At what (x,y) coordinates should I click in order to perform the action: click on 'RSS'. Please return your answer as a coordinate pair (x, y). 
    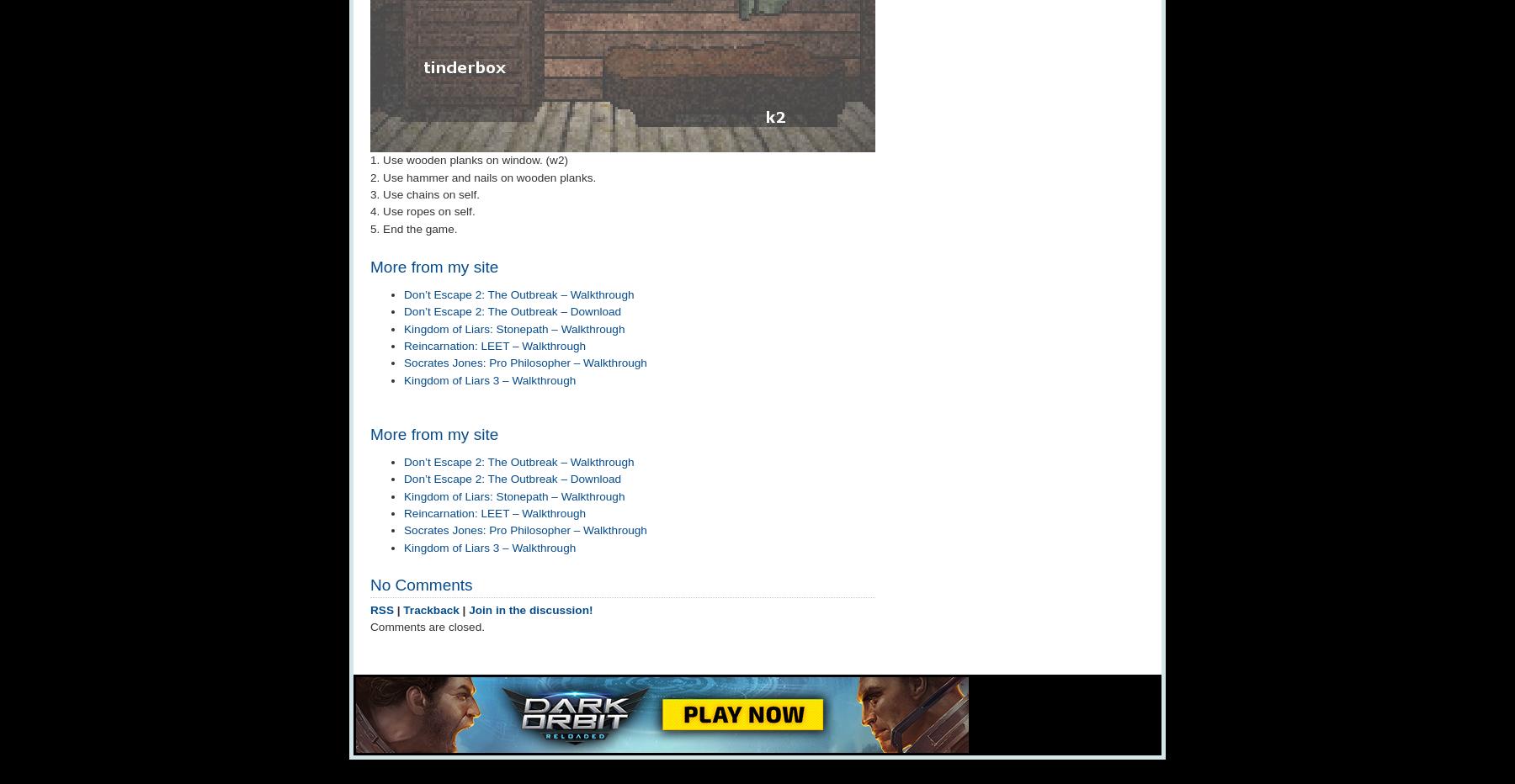
    Looking at the image, I should click on (380, 608).